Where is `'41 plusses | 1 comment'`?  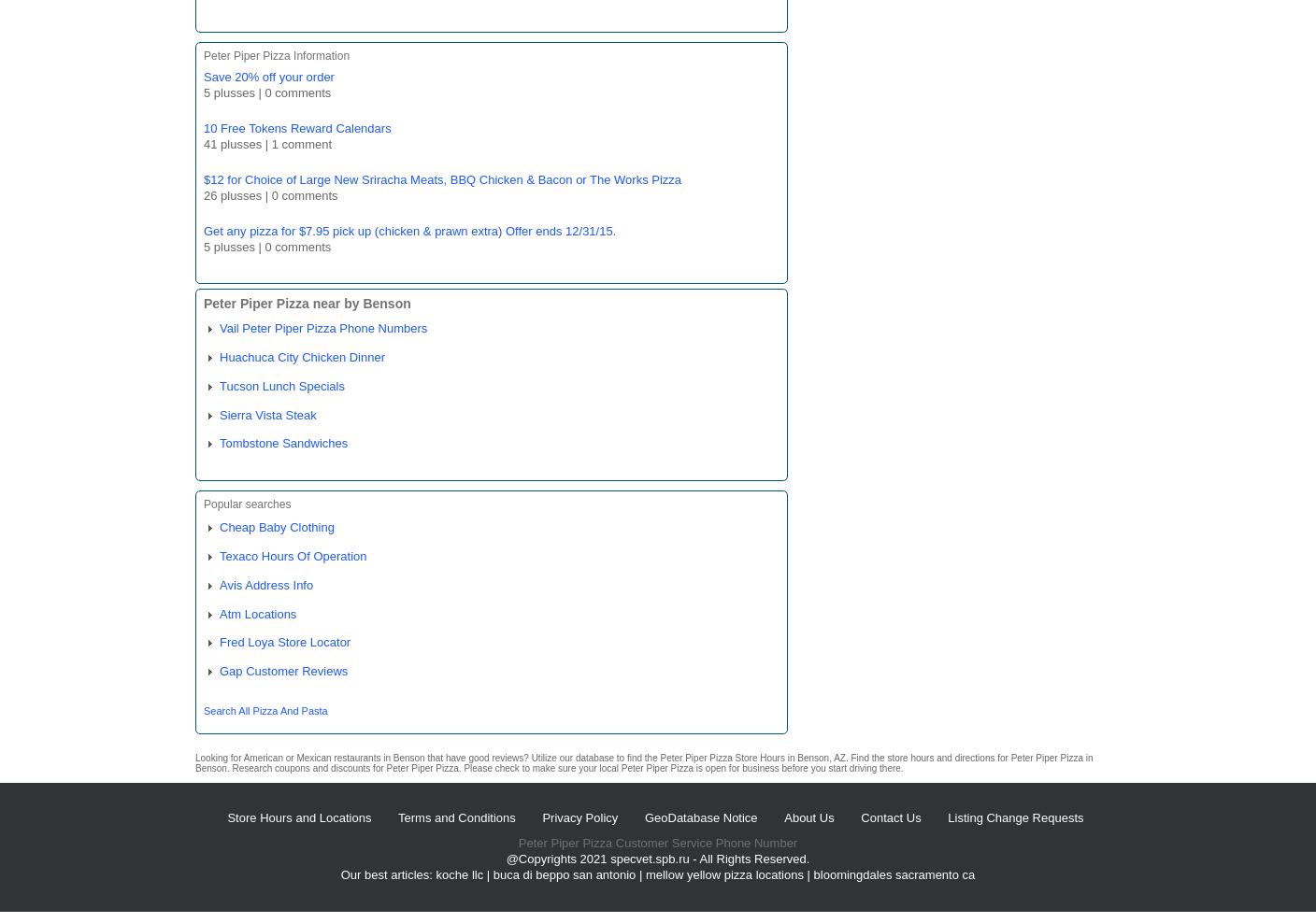
'41 plusses | 1 comment' is located at coordinates (202, 142).